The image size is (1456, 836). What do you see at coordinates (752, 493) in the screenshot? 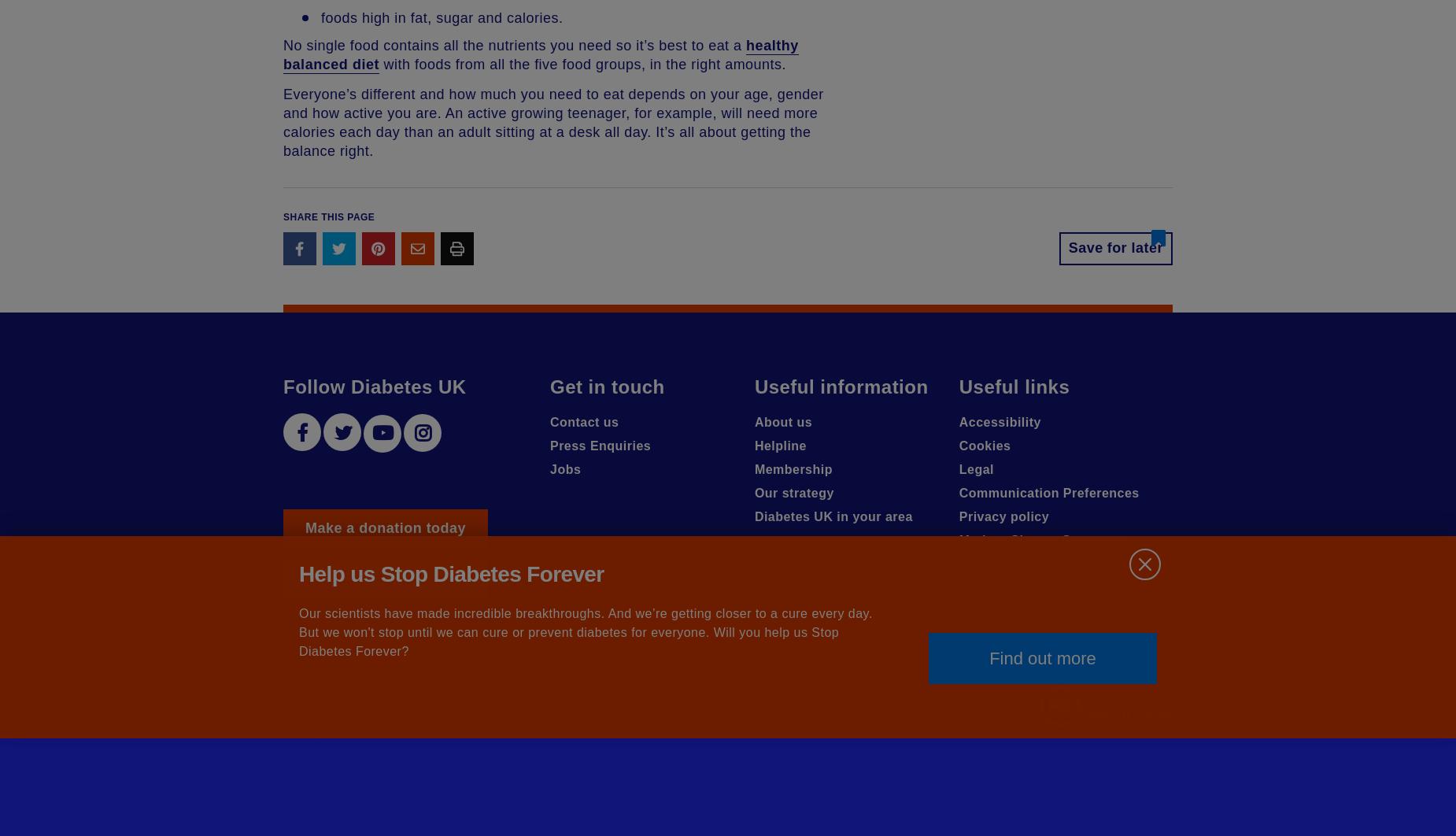
I see `'Our strategy'` at bounding box center [752, 493].